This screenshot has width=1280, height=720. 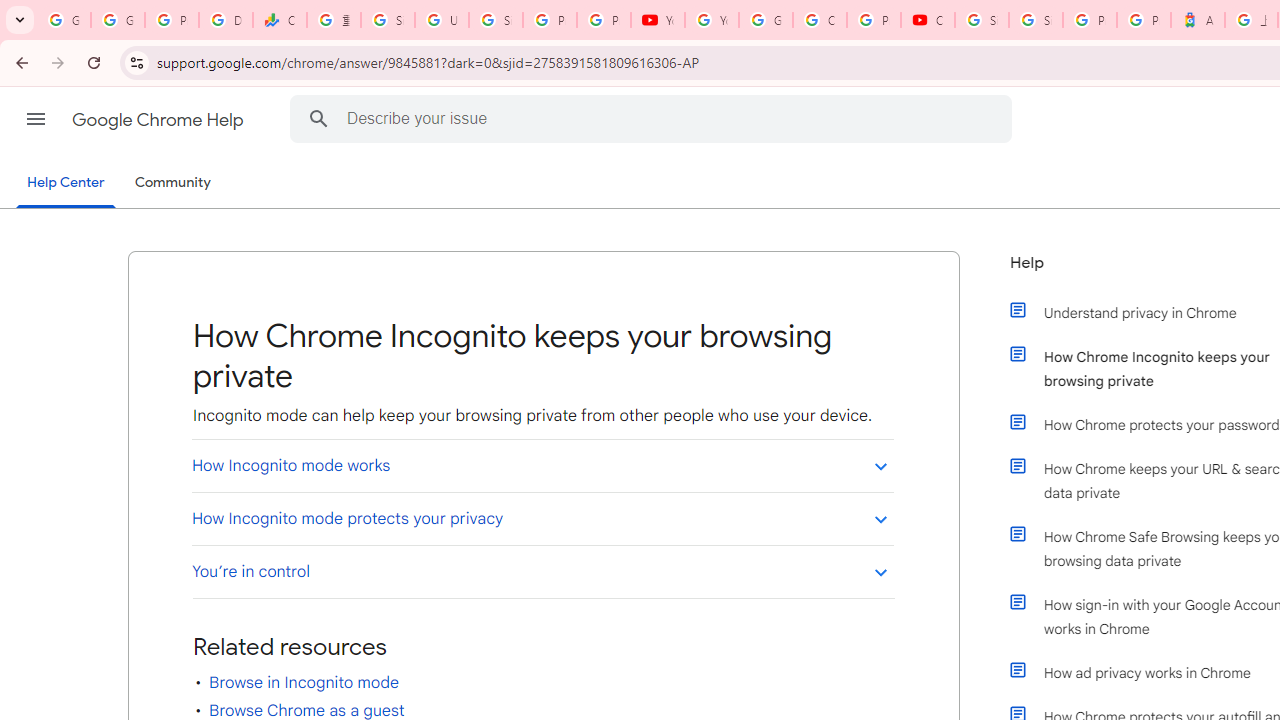 I want to click on 'Create your Google Account', so click(x=819, y=20).